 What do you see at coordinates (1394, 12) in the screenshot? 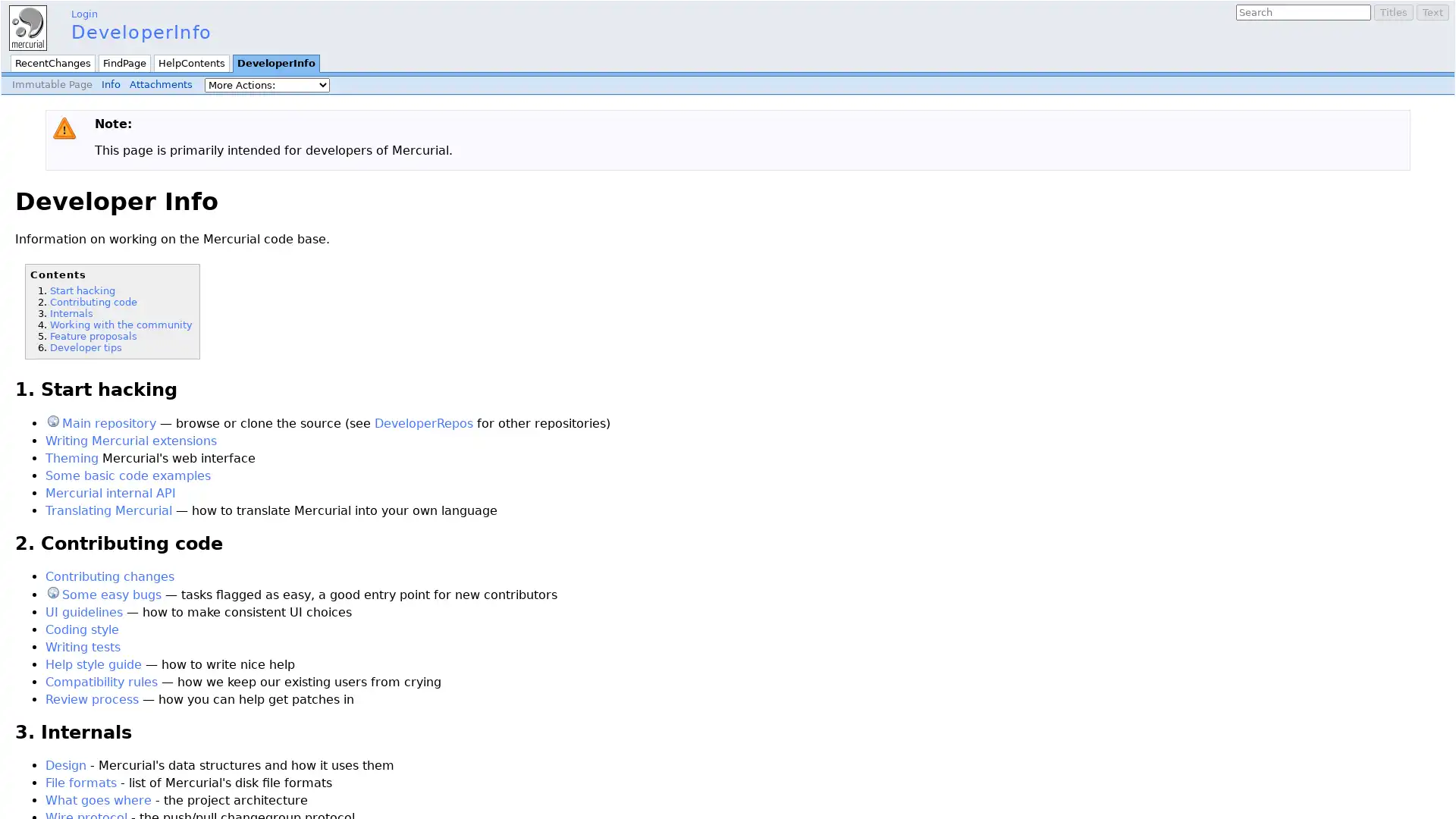
I see `Titles` at bounding box center [1394, 12].